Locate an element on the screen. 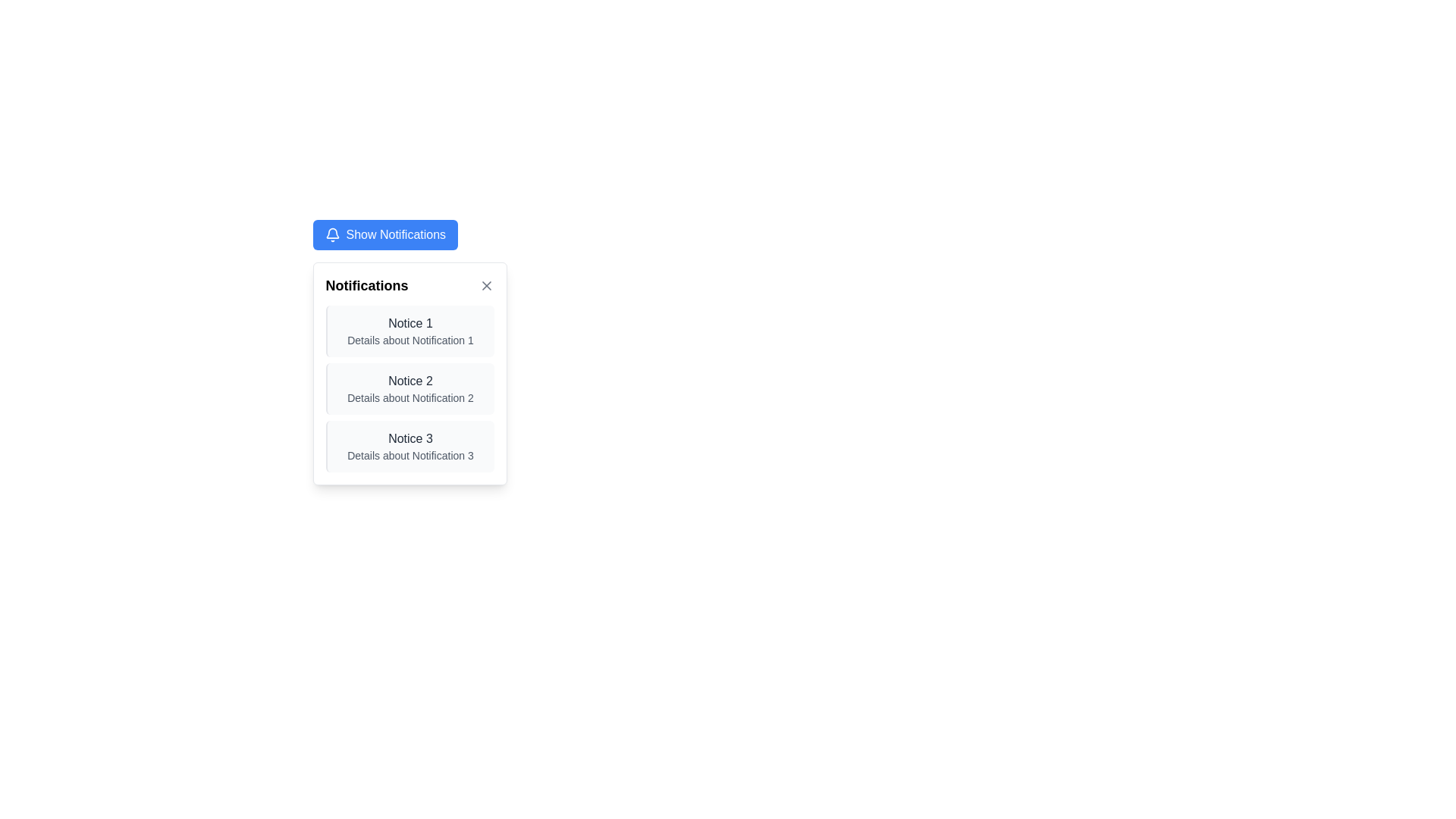 The width and height of the screenshot is (1456, 819). the button that toggles the visibility of the notifications dropdown to show or hide the notifications list is located at coordinates (409, 234).